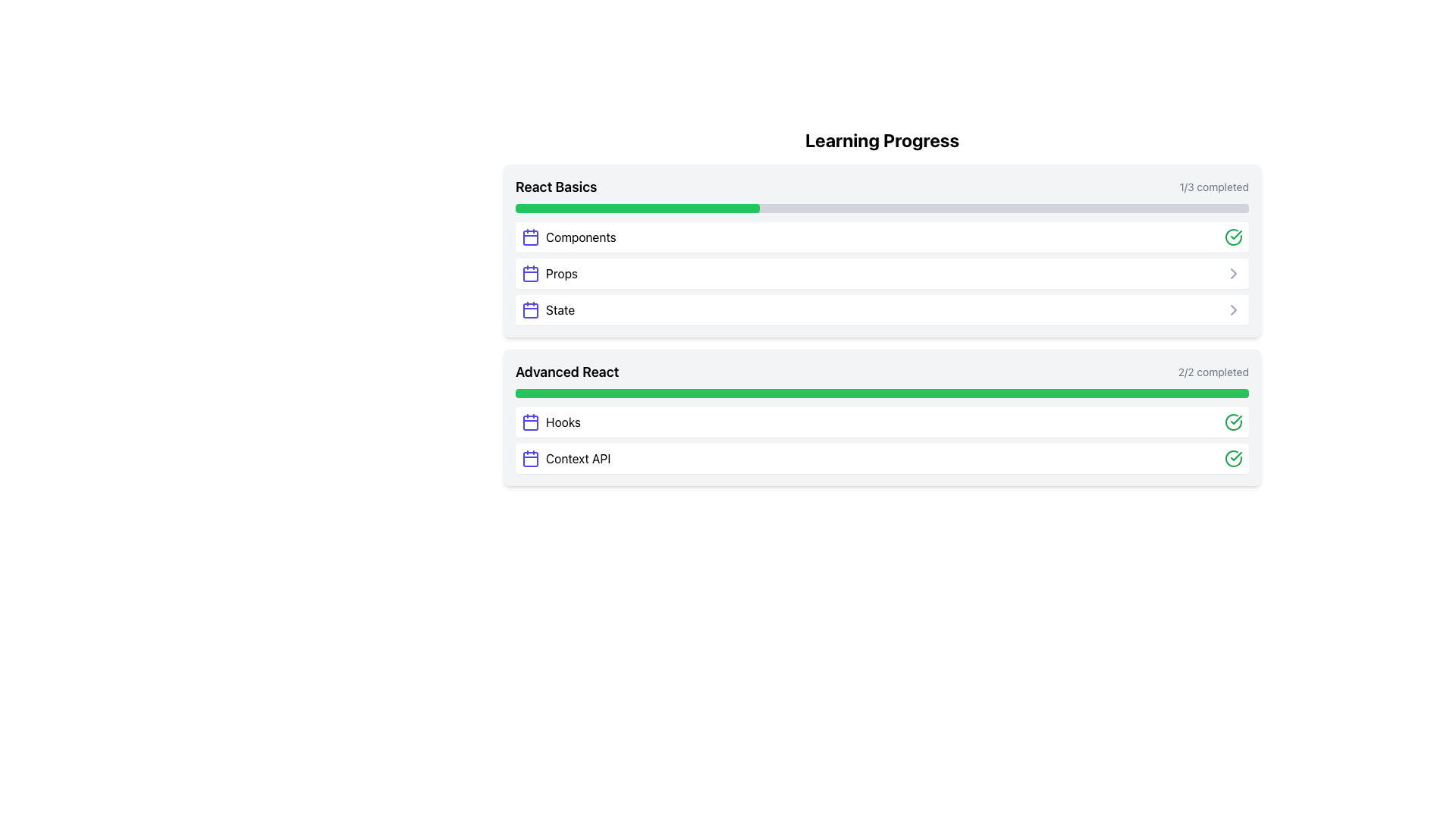 The height and width of the screenshot is (819, 1456). What do you see at coordinates (531, 237) in the screenshot?
I see `the graphical calendar icon located to the left of the text 'Components' in the 'React Basics' section` at bounding box center [531, 237].